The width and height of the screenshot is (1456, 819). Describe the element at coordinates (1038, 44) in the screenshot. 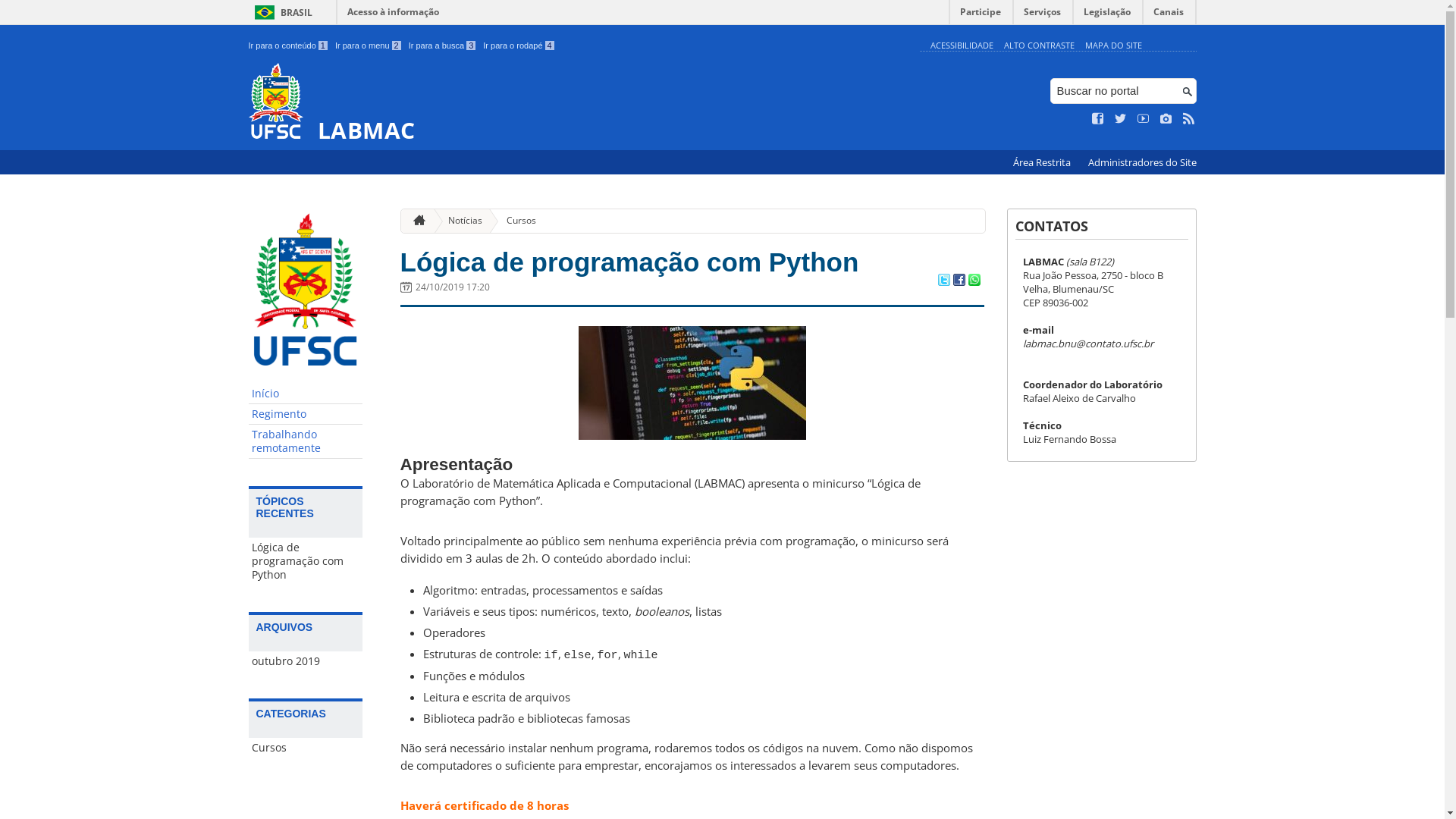

I see `'ALTO CONTRASTE'` at that location.